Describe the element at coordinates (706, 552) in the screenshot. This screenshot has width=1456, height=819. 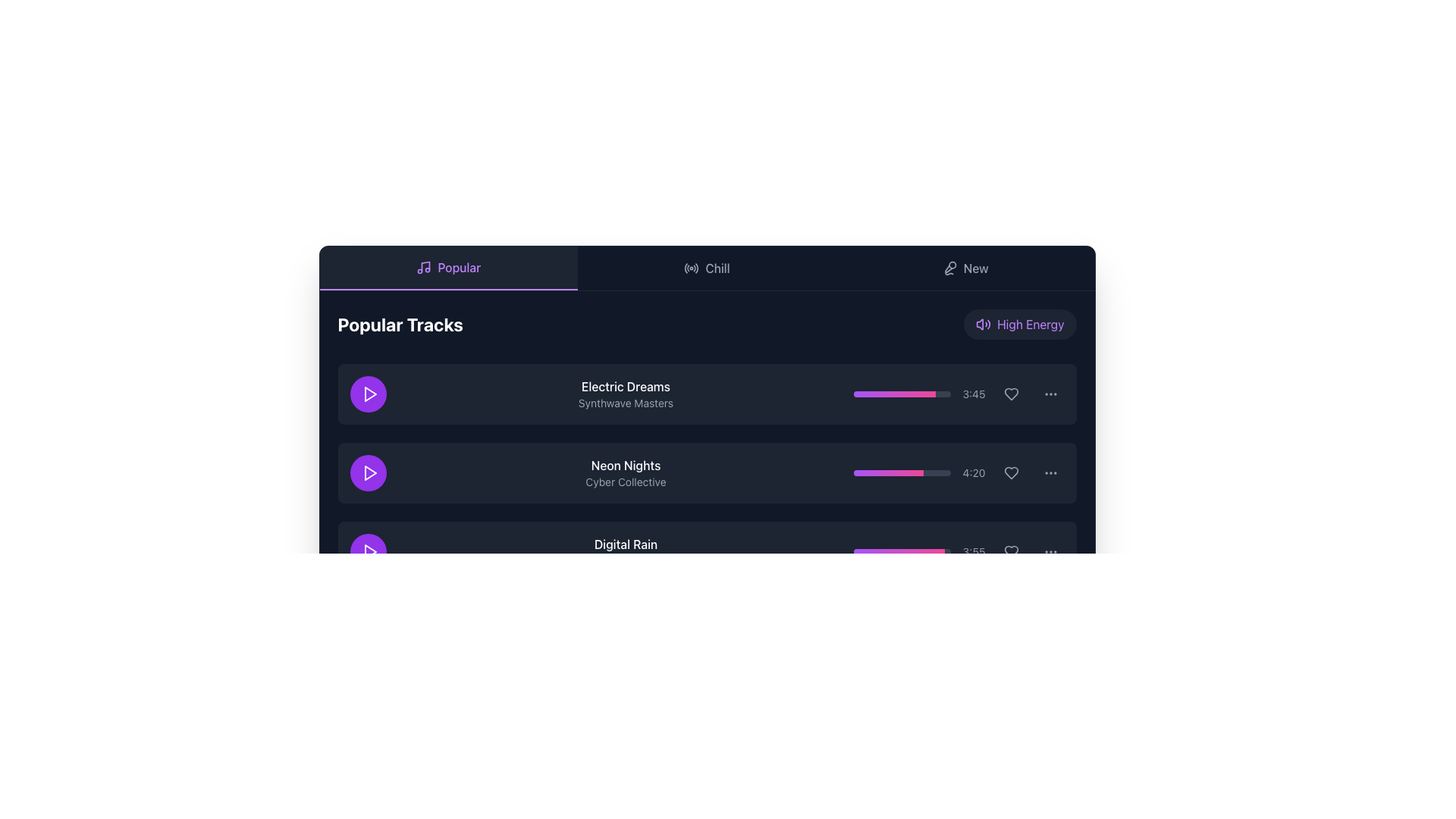
I see `the duration of the third music track in the 'Popular Tracks' section` at that location.